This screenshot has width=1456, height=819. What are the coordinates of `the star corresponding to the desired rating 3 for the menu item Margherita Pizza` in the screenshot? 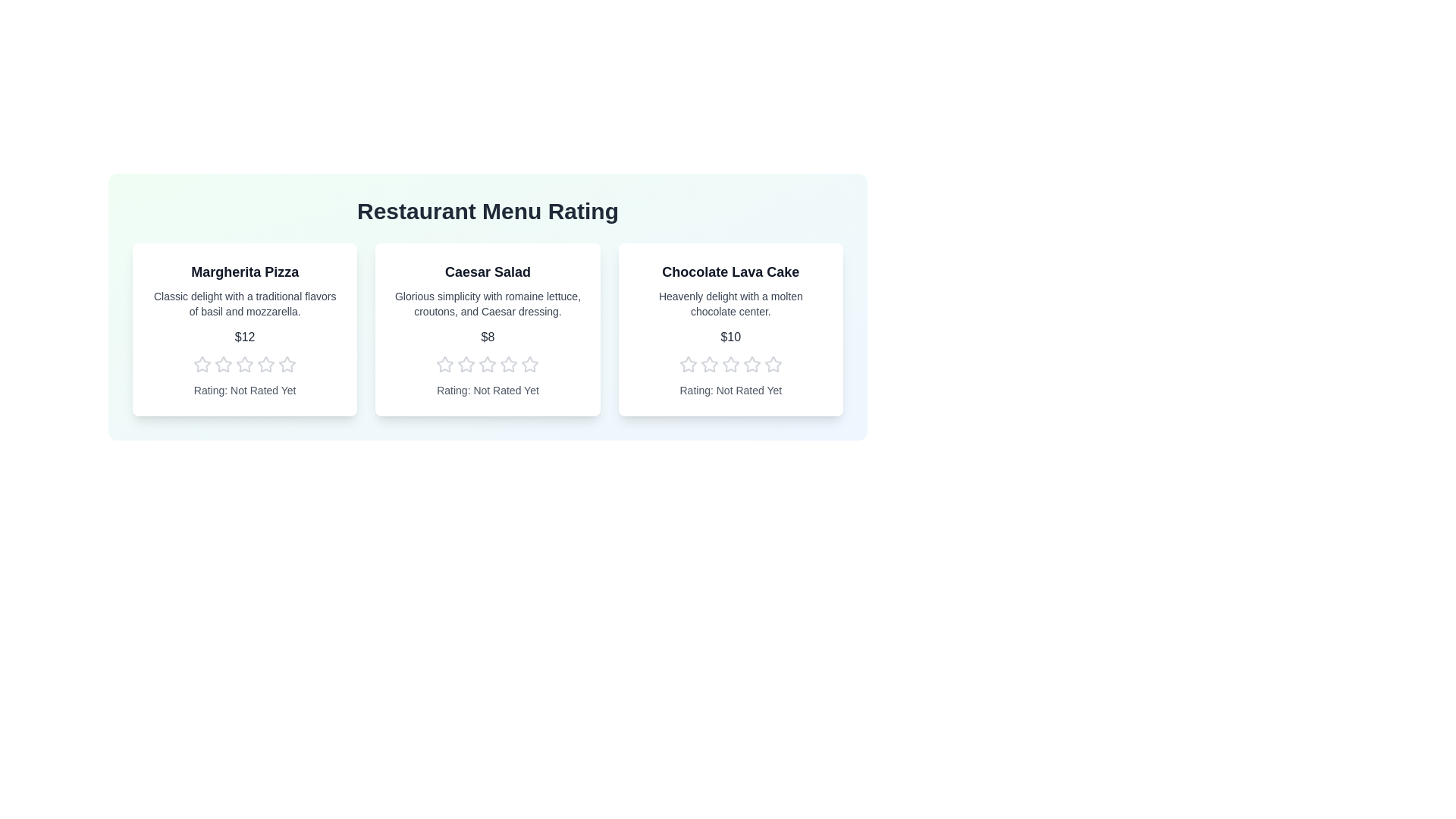 It's located at (244, 365).